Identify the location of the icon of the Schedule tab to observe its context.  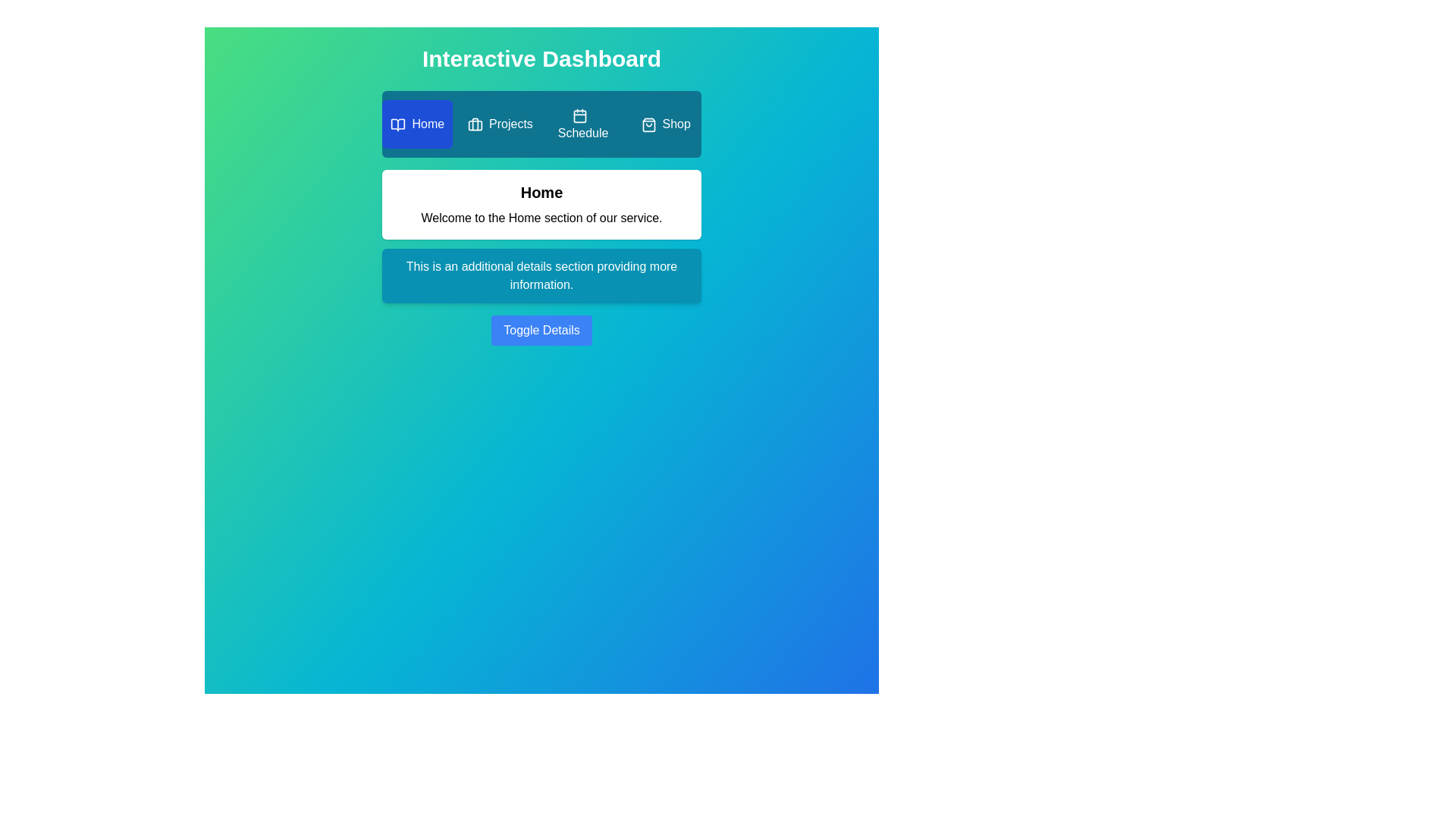
(579, 115).